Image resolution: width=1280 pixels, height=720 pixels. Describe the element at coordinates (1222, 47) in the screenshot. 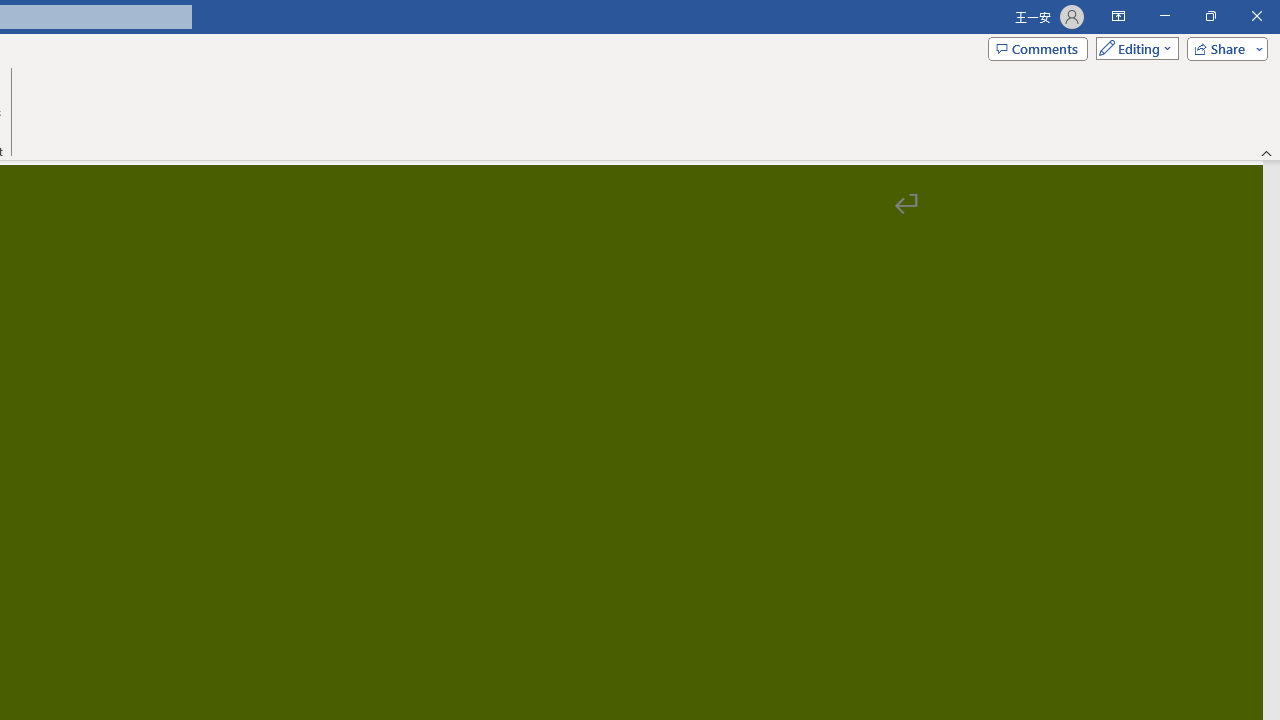

I see `'Share'` at that location.